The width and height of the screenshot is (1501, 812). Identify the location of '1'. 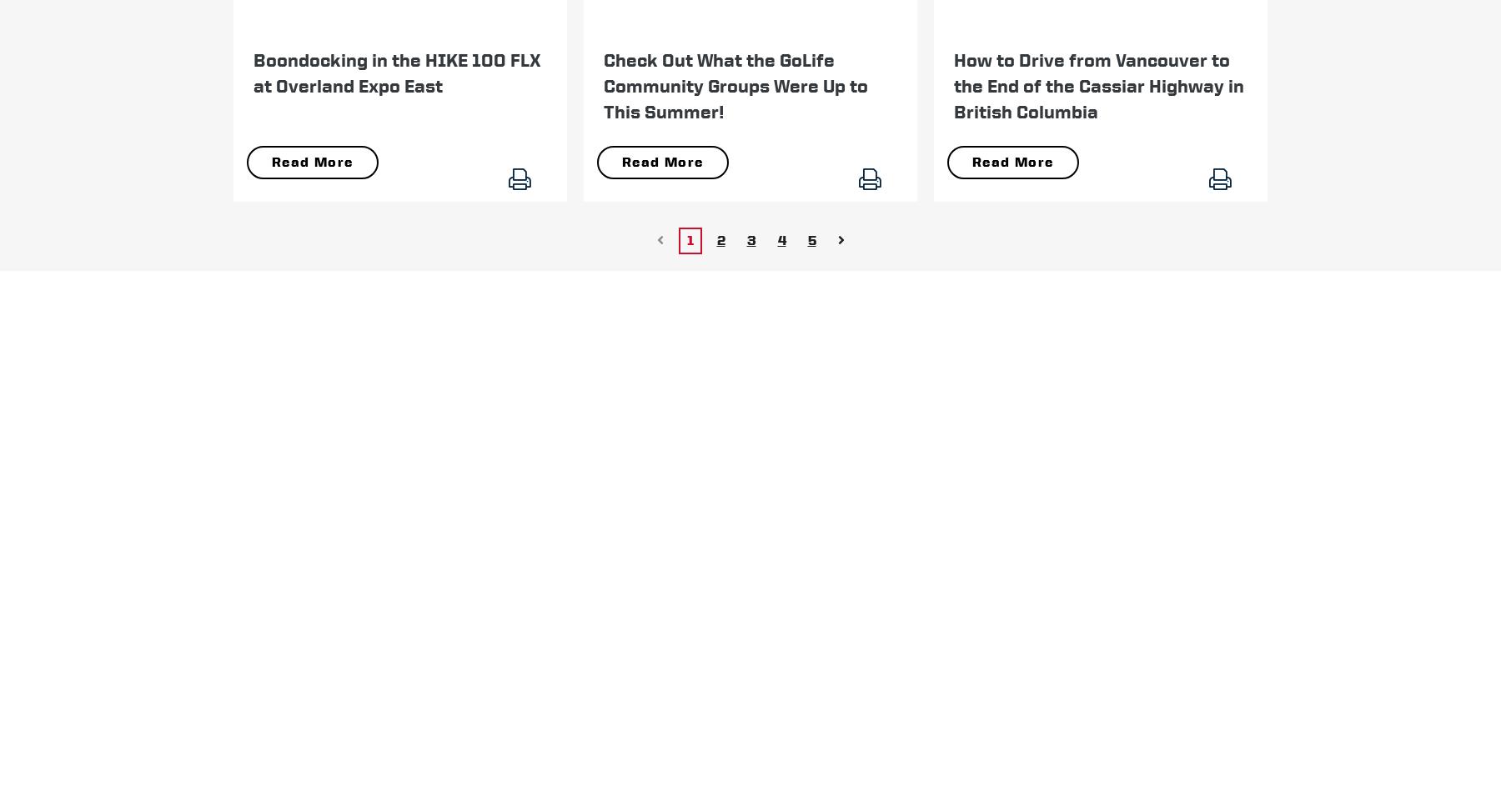
(689, 238).